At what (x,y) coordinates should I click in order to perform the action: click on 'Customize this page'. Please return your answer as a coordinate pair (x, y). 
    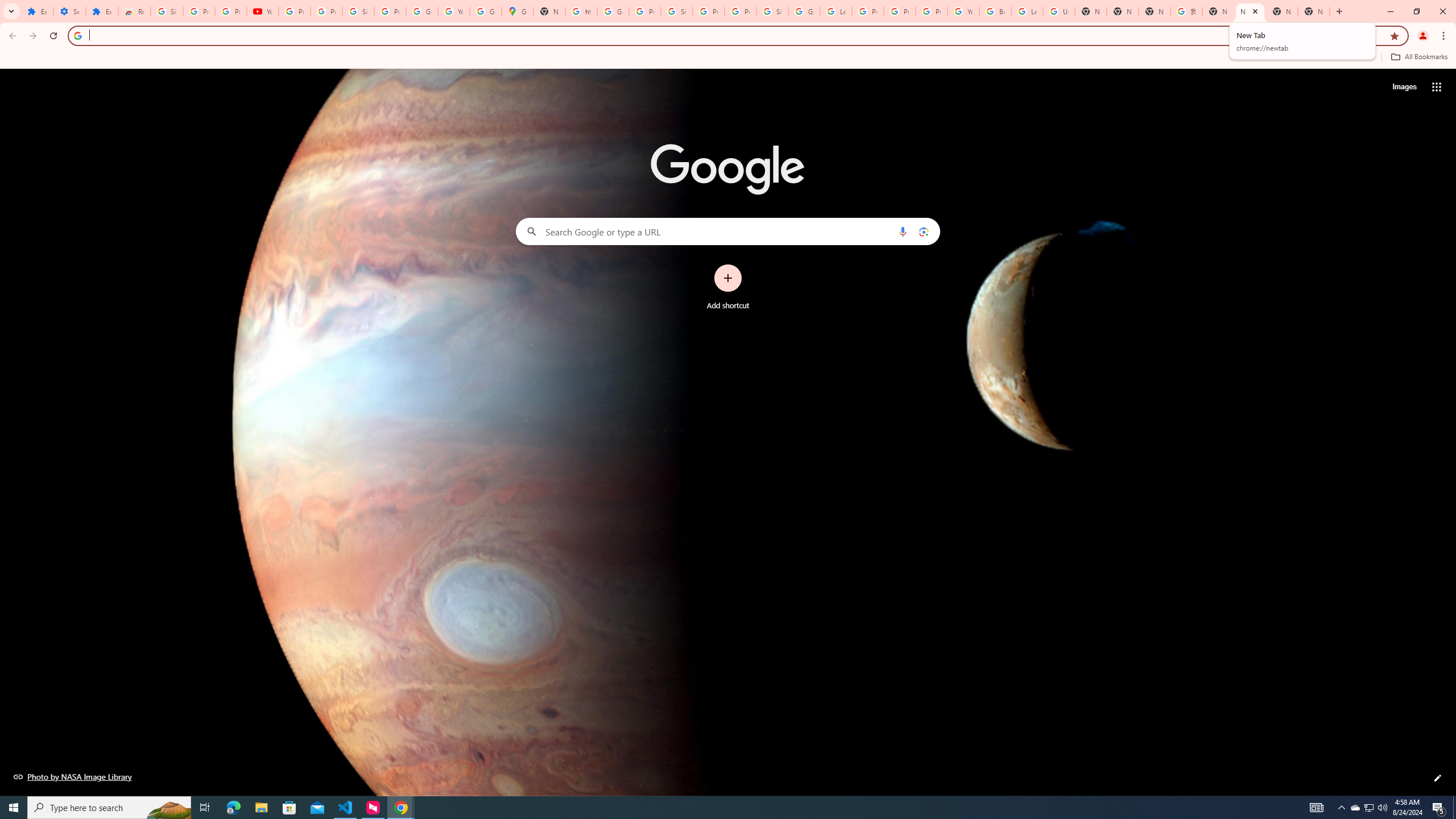
    Looking at the image, I should click on (1437, 777).